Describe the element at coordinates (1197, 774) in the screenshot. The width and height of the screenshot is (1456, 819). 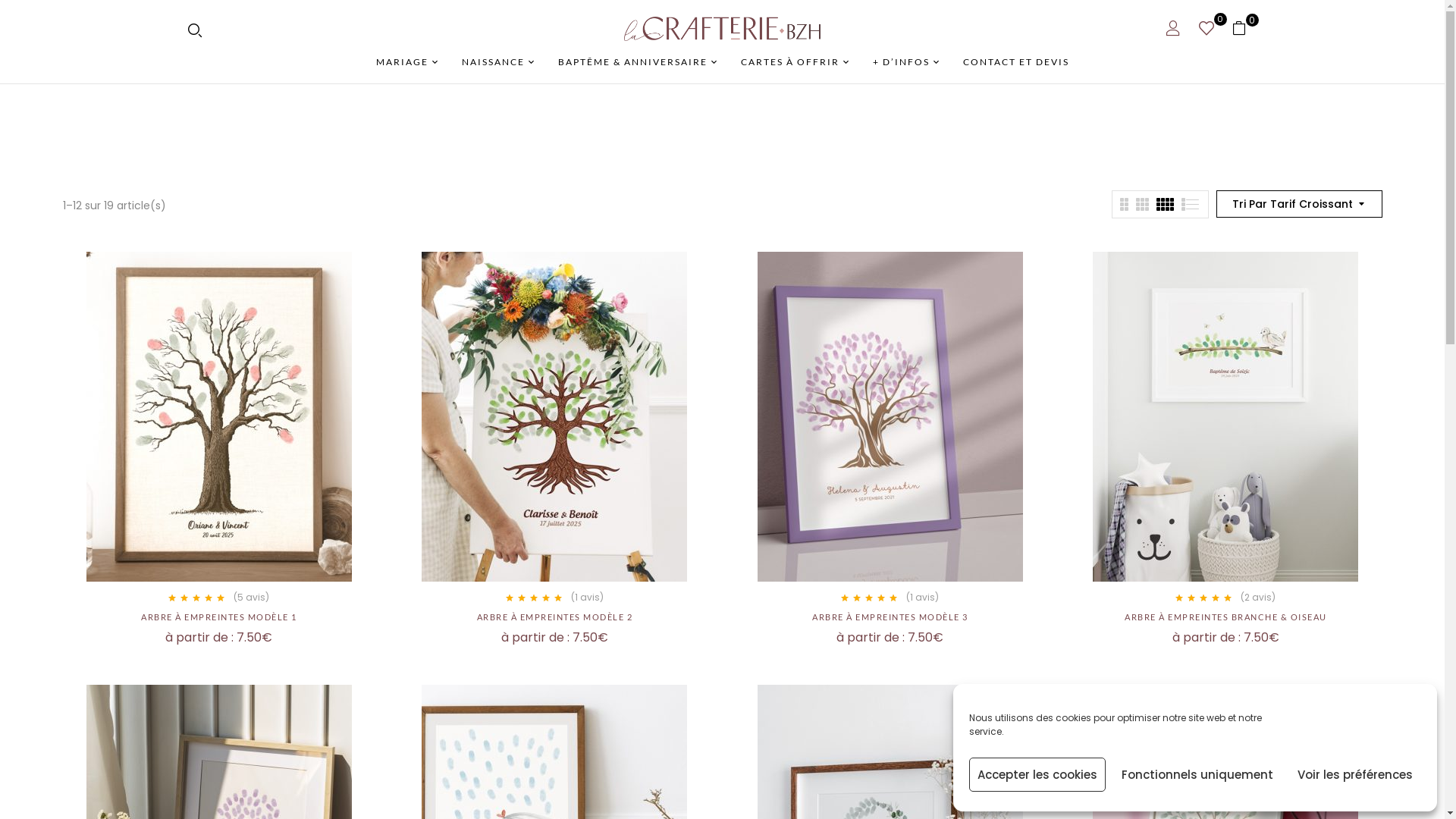
I see `'Fonctionnels uniquement'` at that location.